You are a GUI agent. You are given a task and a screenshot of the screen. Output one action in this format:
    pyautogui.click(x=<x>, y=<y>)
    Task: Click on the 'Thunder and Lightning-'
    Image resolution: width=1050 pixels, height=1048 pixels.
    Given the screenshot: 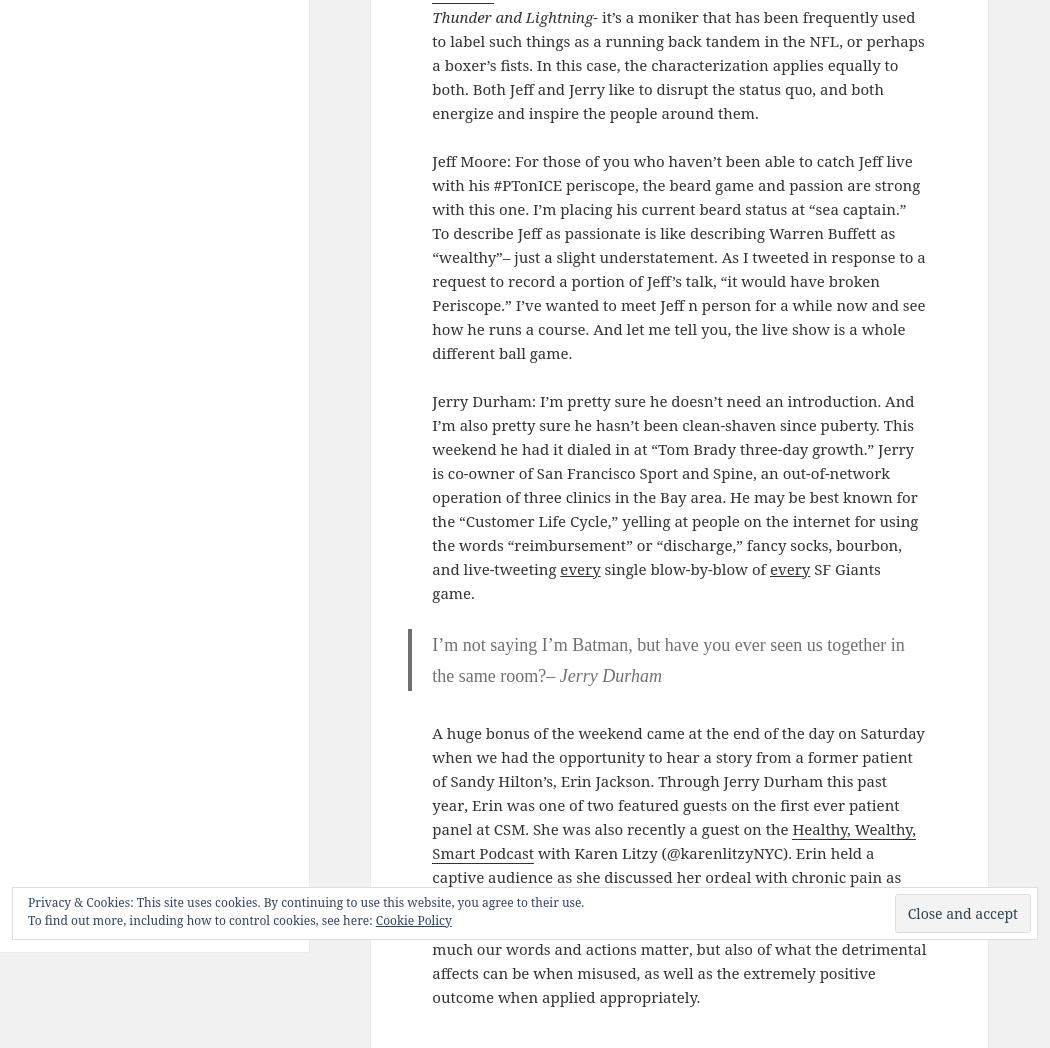 What is the action you would take?
    pyautogui.click(x=514, y=15)
    